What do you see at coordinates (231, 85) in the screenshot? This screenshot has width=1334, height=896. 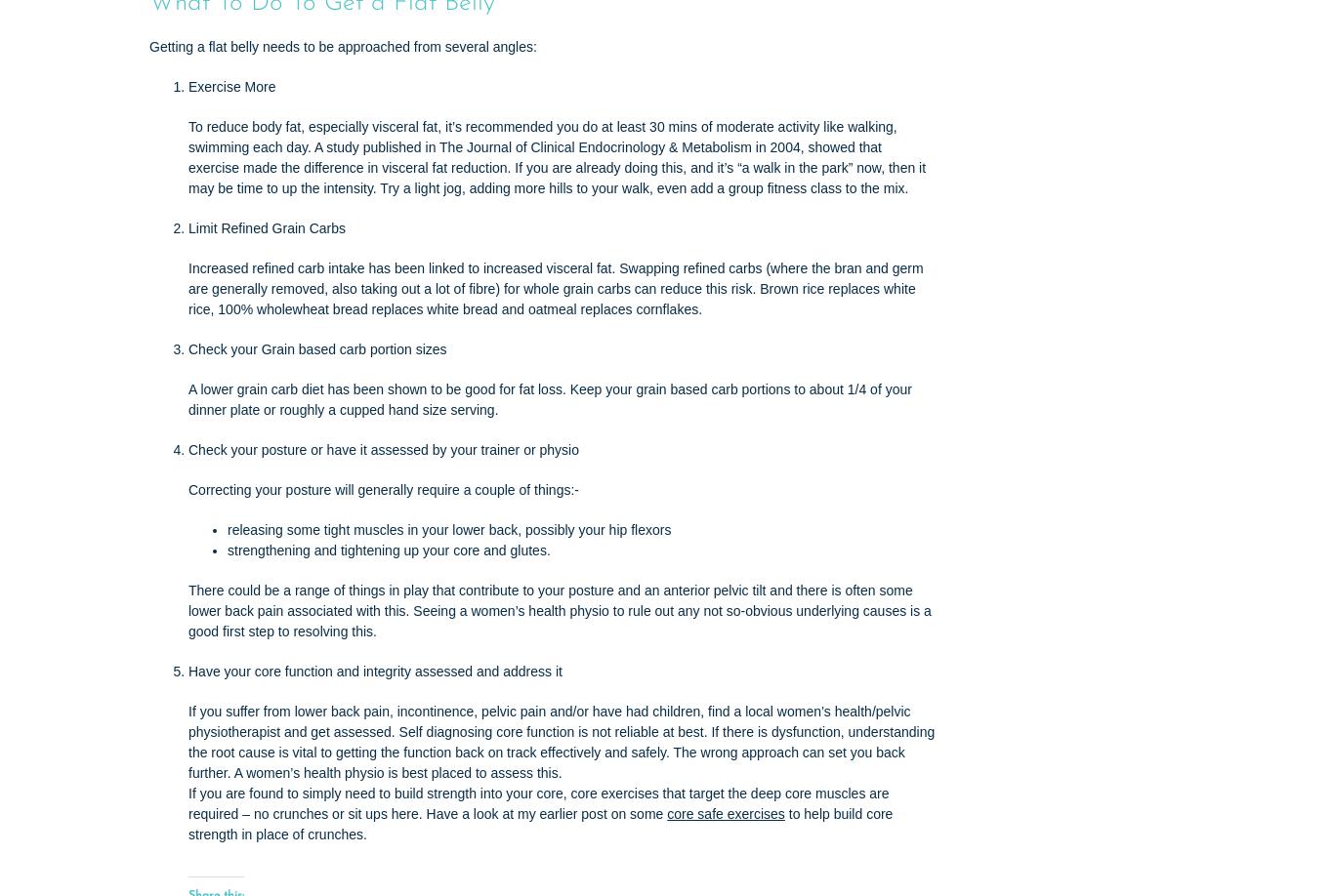 I see `'Exercise More'` at bounding box center [231, 85].